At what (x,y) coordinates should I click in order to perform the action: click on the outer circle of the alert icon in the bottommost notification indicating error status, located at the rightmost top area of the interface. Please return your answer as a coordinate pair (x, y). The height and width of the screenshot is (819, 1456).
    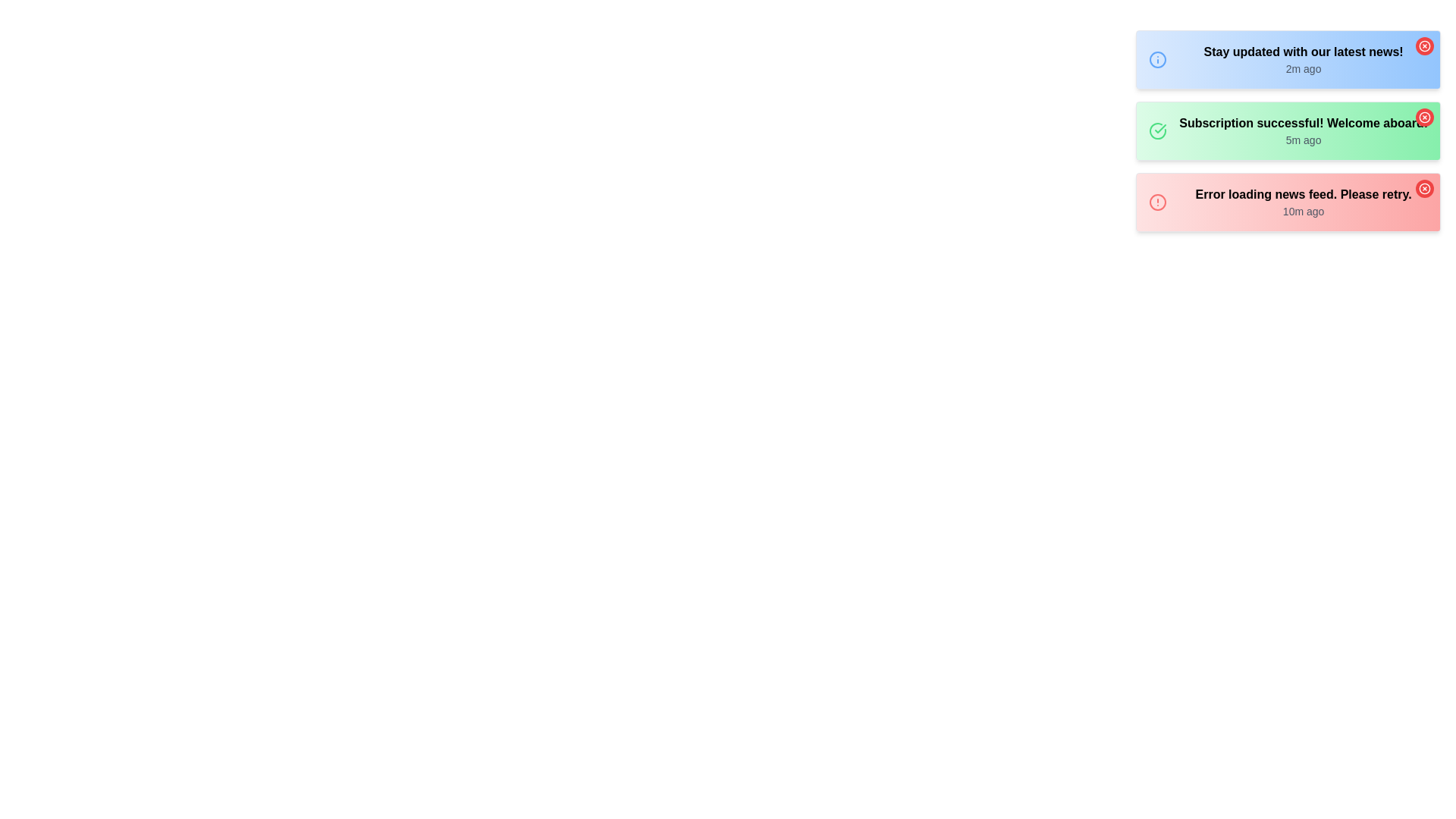
    Looking at the image, I should click on (1157, 201).